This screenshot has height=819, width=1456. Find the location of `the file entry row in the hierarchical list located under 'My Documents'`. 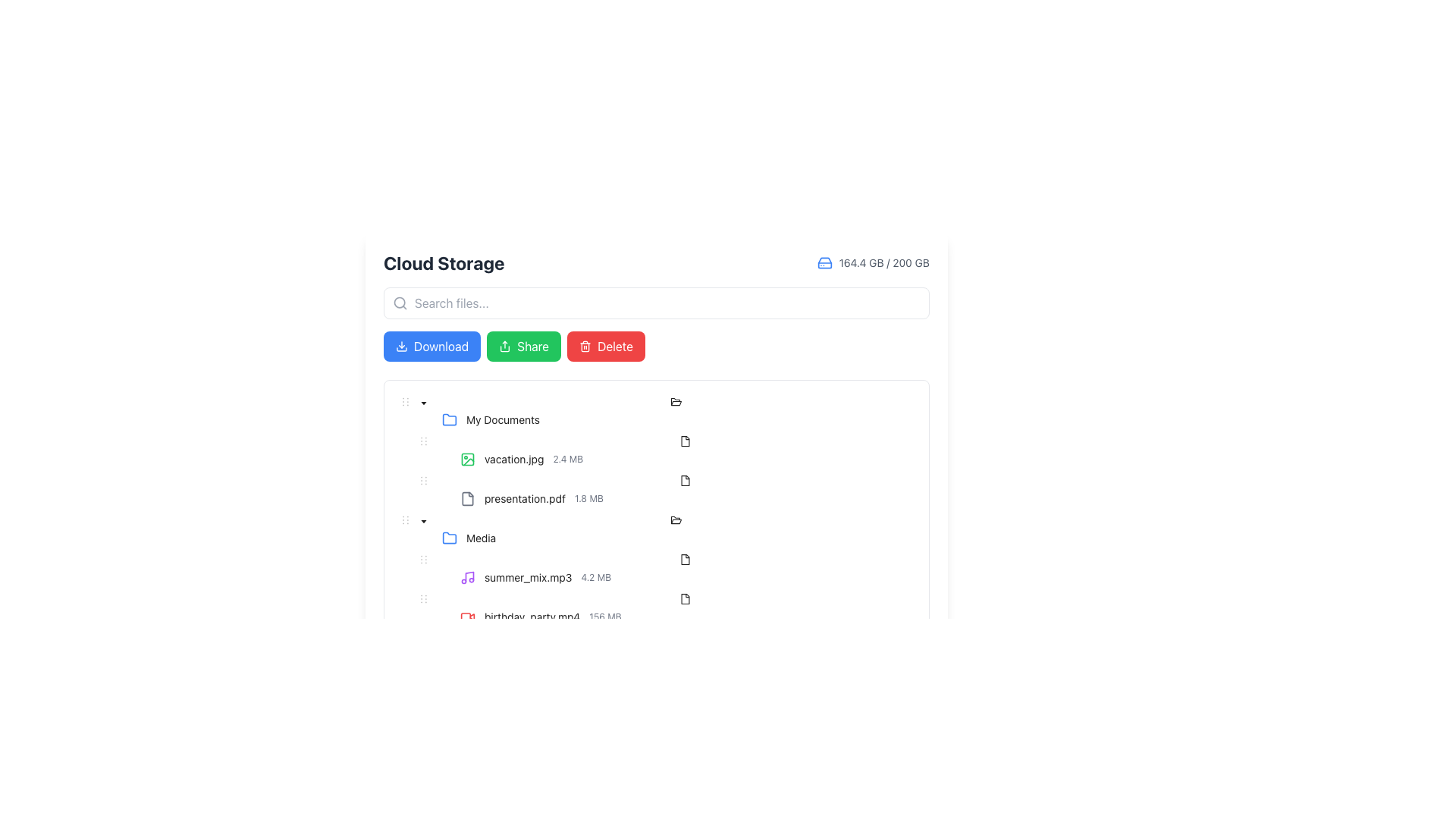

the file entry row in the hierarchical list located under 'My Documents' is located at coordinates (656, 450).